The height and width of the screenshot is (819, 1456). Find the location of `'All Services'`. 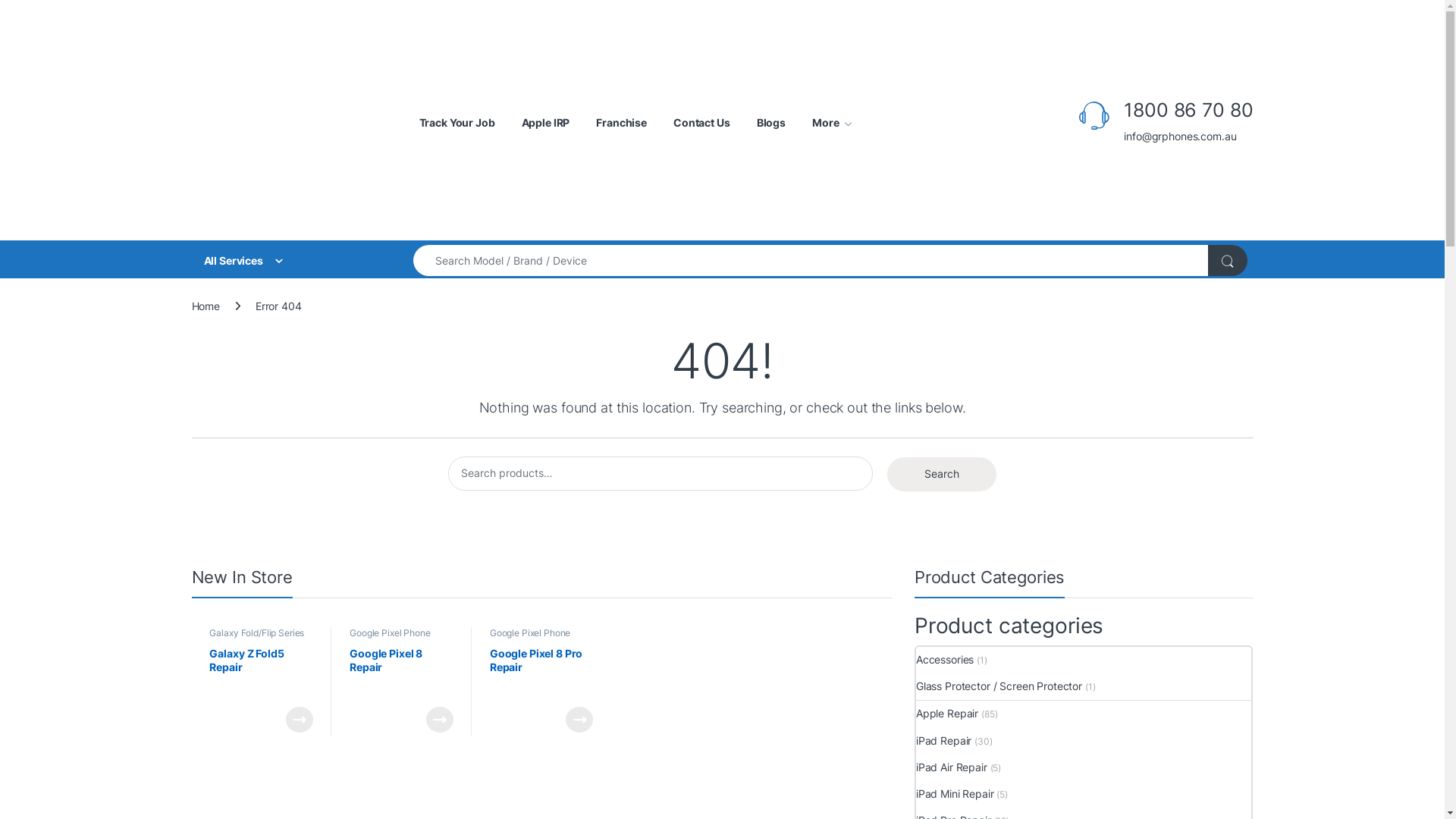

'All Services' is located at coordinates (287, 259).